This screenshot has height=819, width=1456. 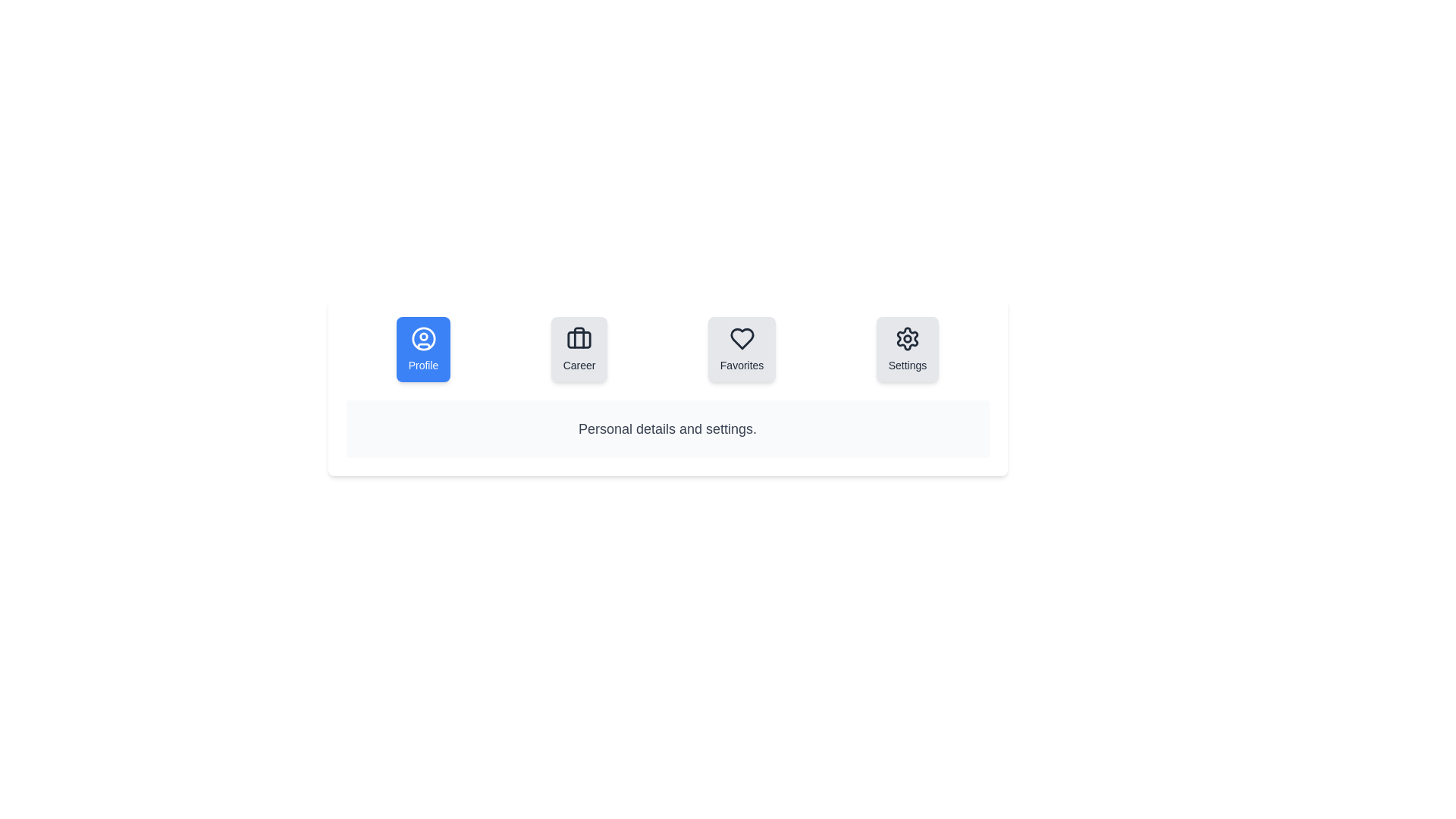 I want to click on the Settings tab, so click(x=907, y=350).